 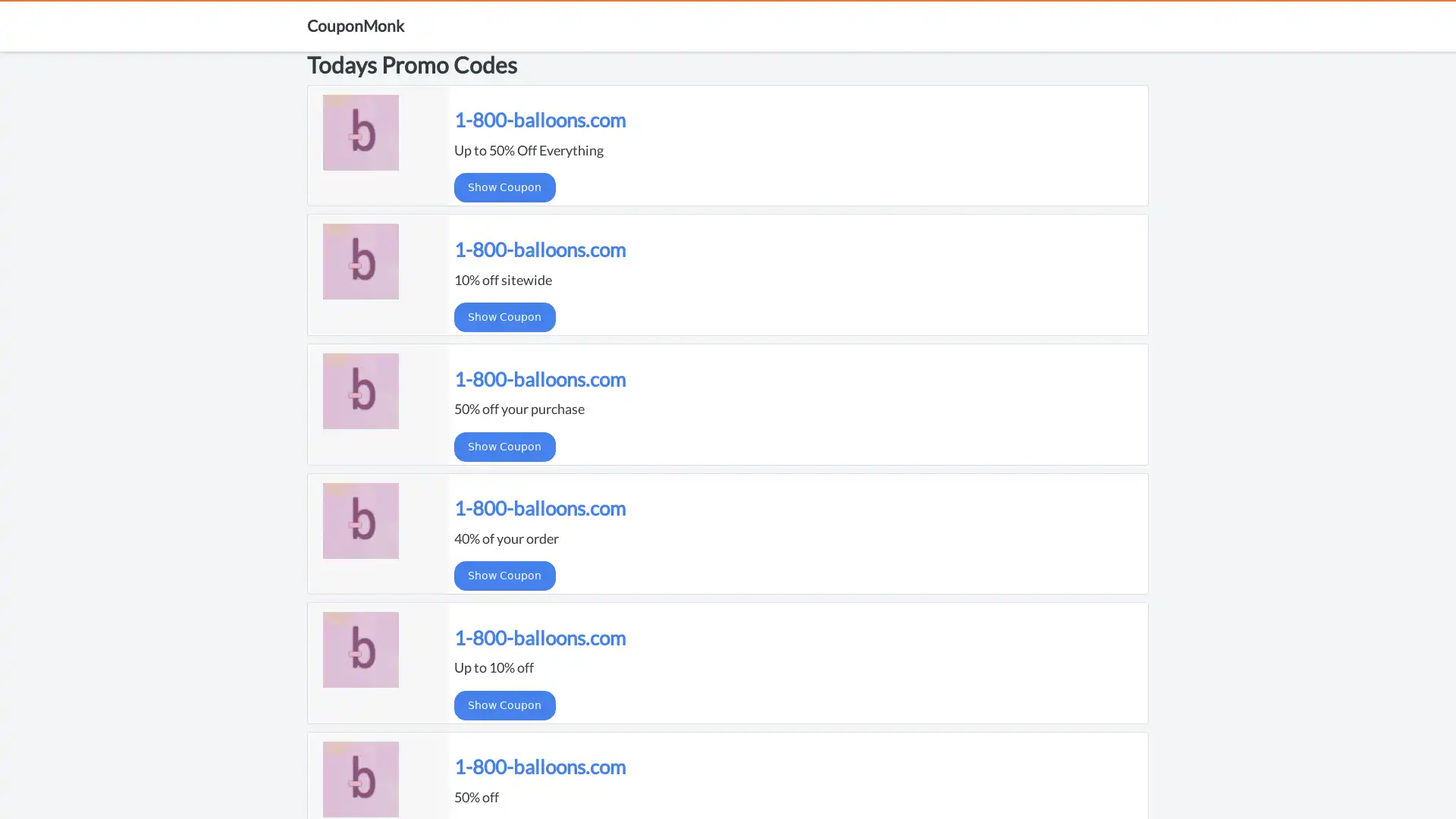 I want to click on Show Coupon, so click(x=504, y=445).